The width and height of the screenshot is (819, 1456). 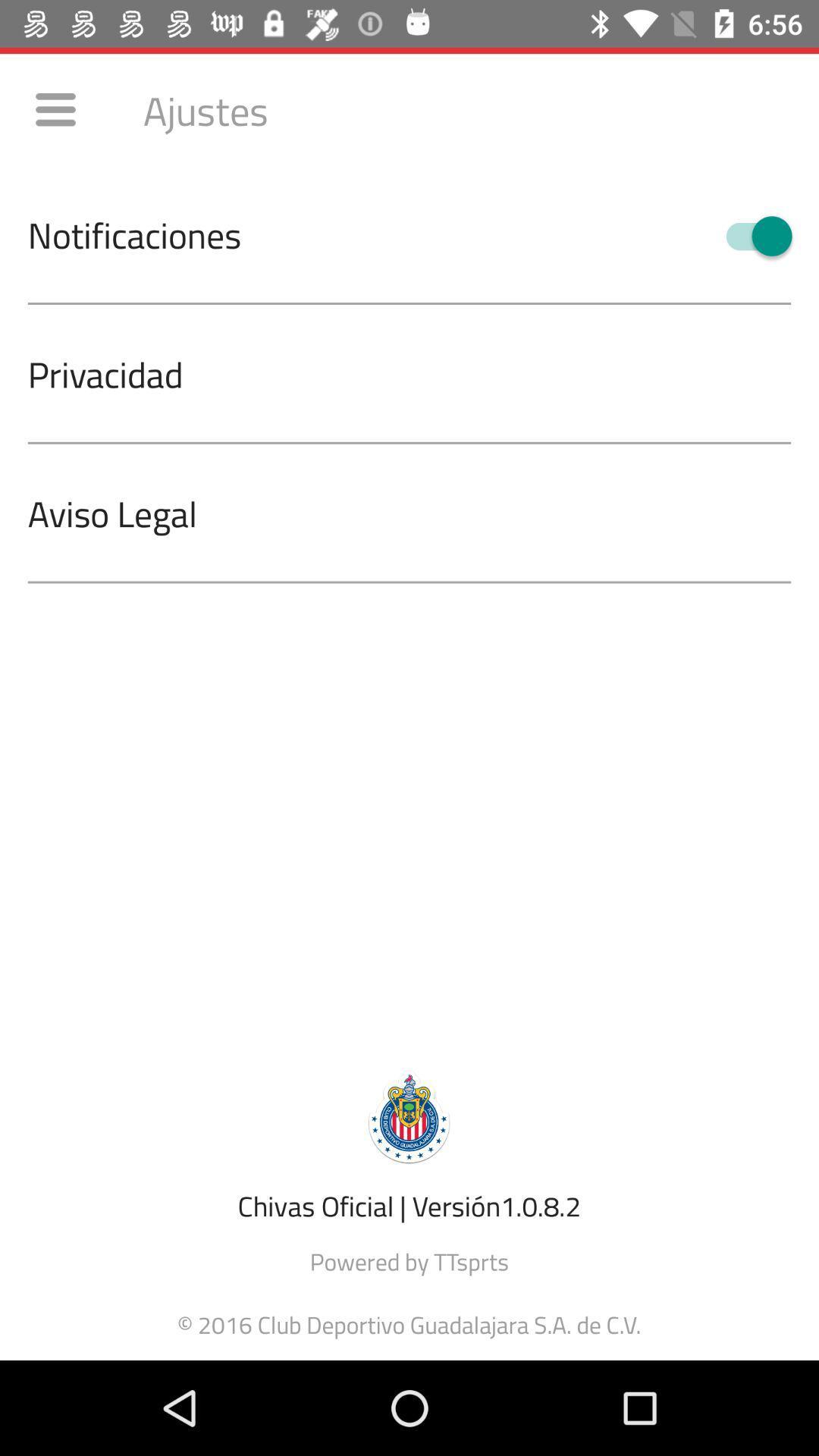 I want to click on icon next to the notificaciones item, so click(x=752, y=235).